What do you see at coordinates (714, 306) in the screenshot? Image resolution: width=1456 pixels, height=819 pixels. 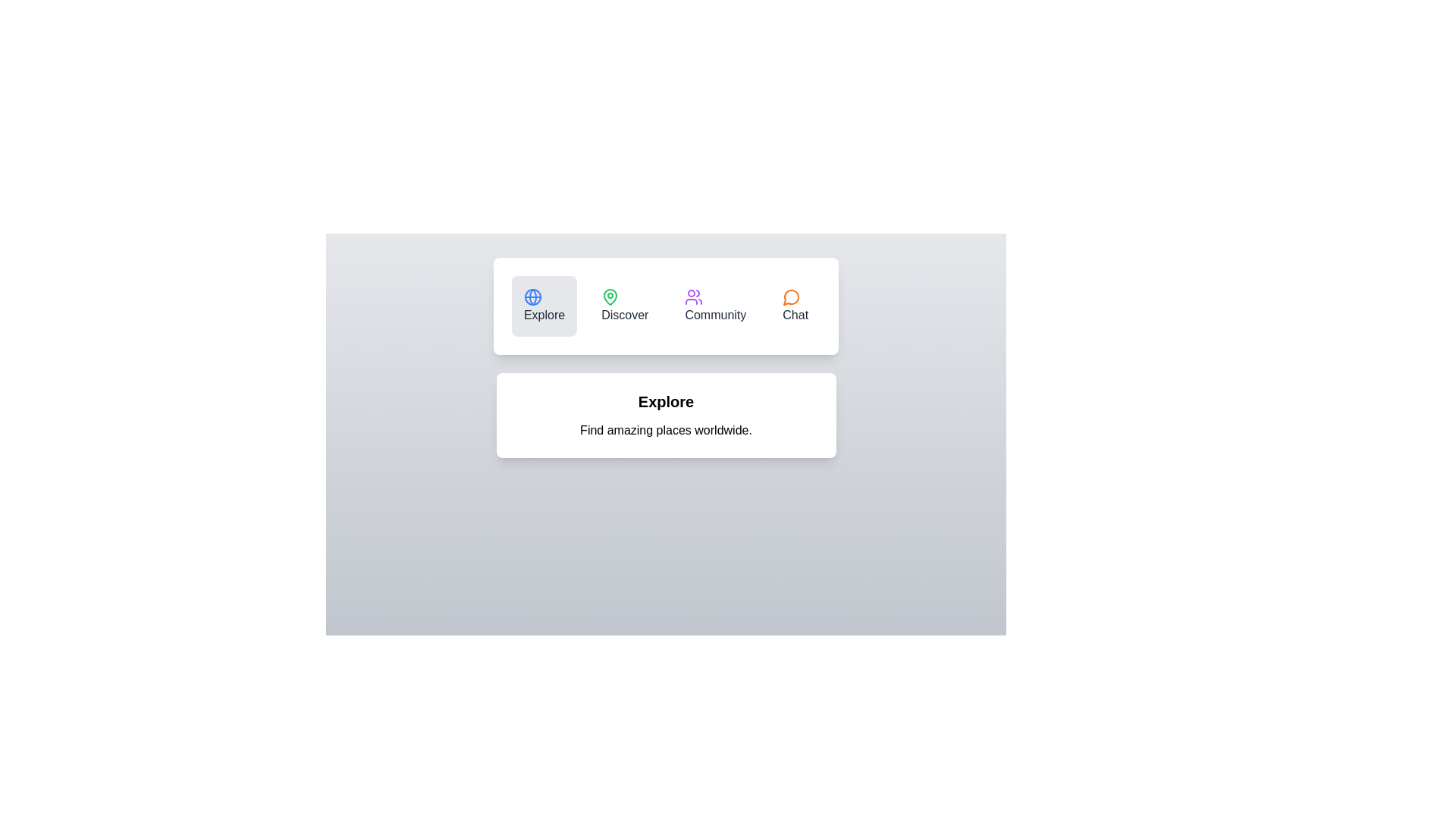 I see `the tab labeled 'Community' to display its associated content` at bounding box center [714, 306].